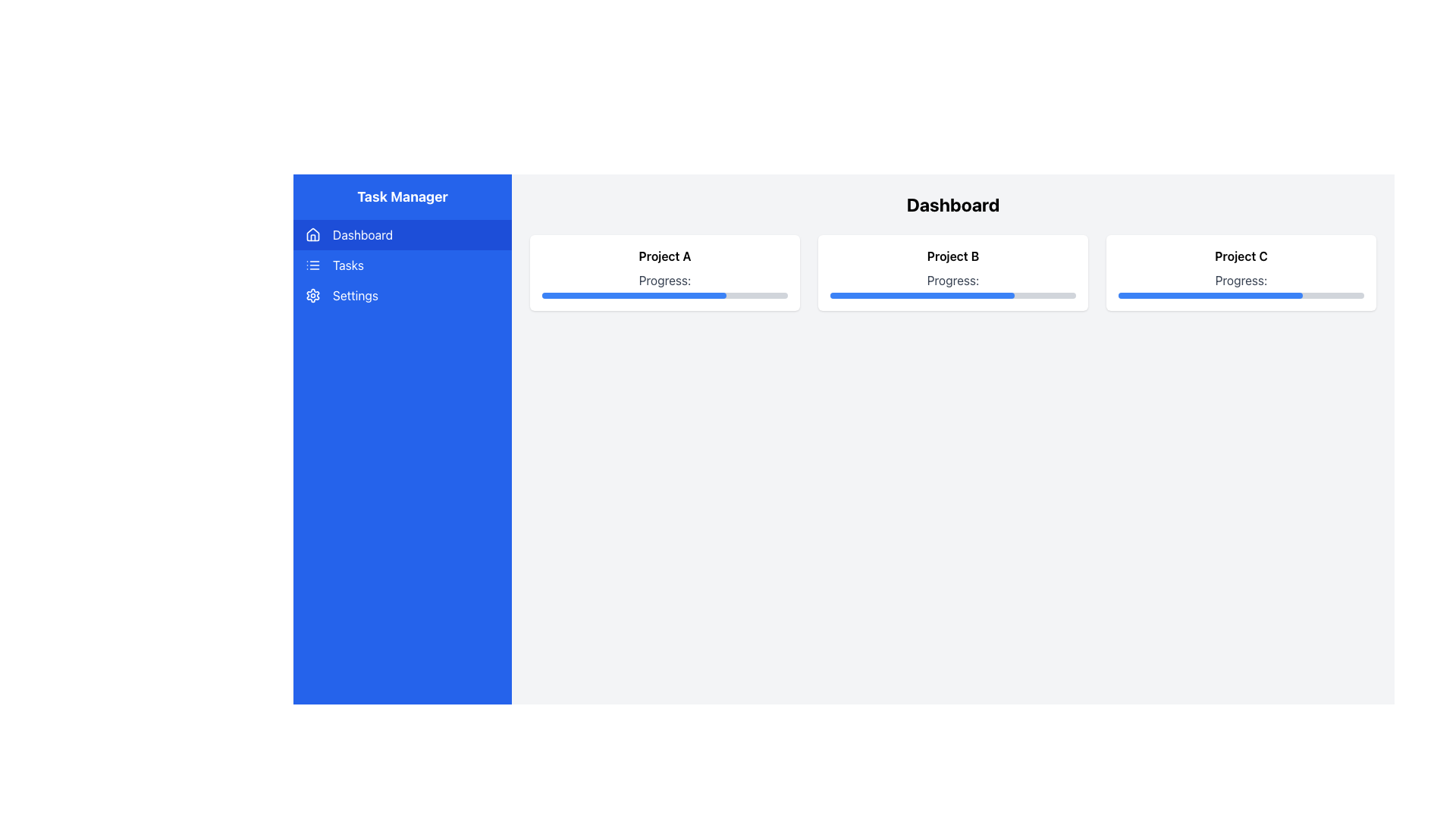  I want to click on label of the Text Label indicating the purpose of the progress bar for 'Project C', which is located above the progress bar in the card, so click(1241, 284).